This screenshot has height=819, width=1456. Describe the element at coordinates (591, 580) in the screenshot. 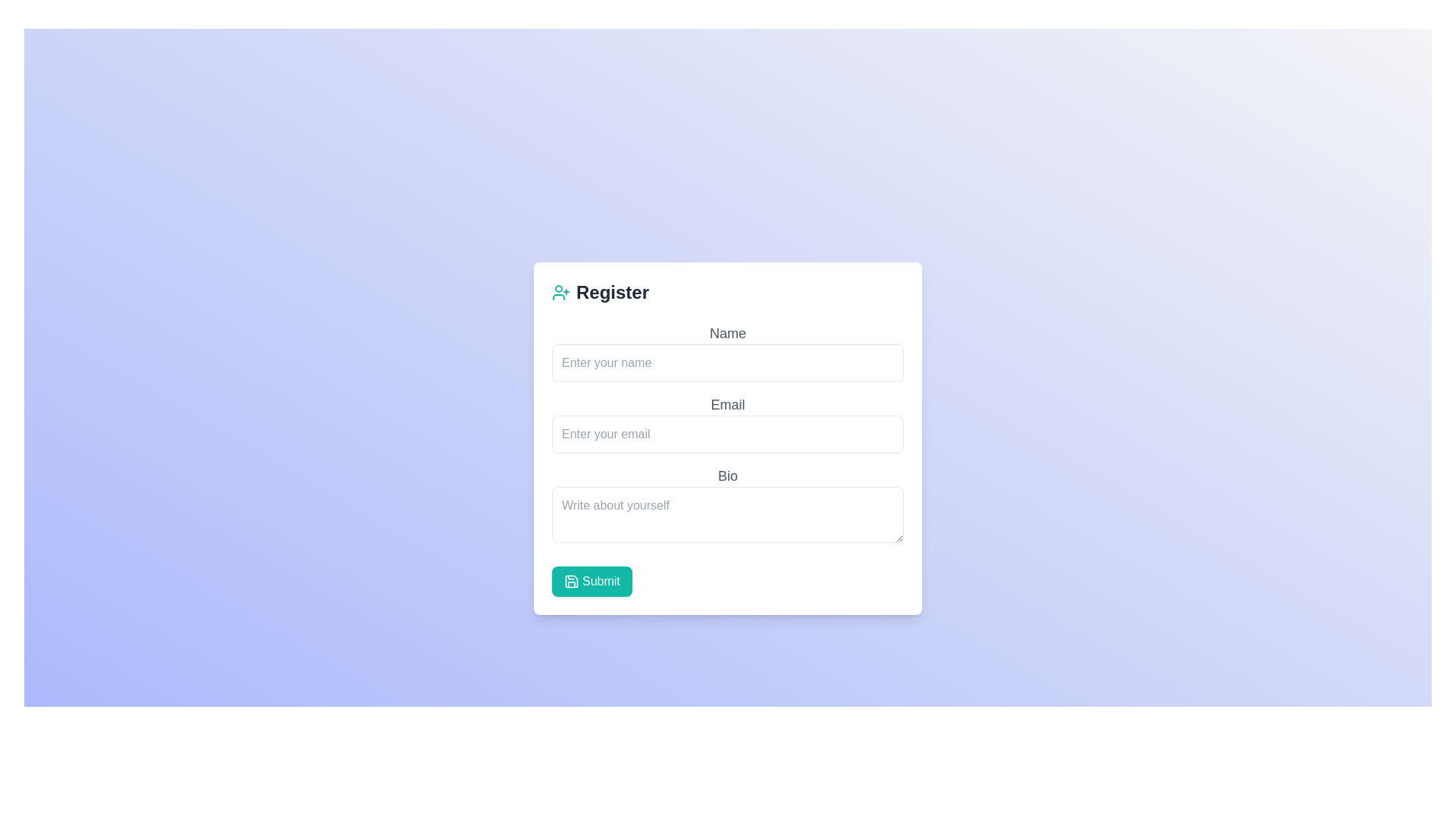

I see `the 'Submit' button located at the bottom of the 'Register' section` at that location.